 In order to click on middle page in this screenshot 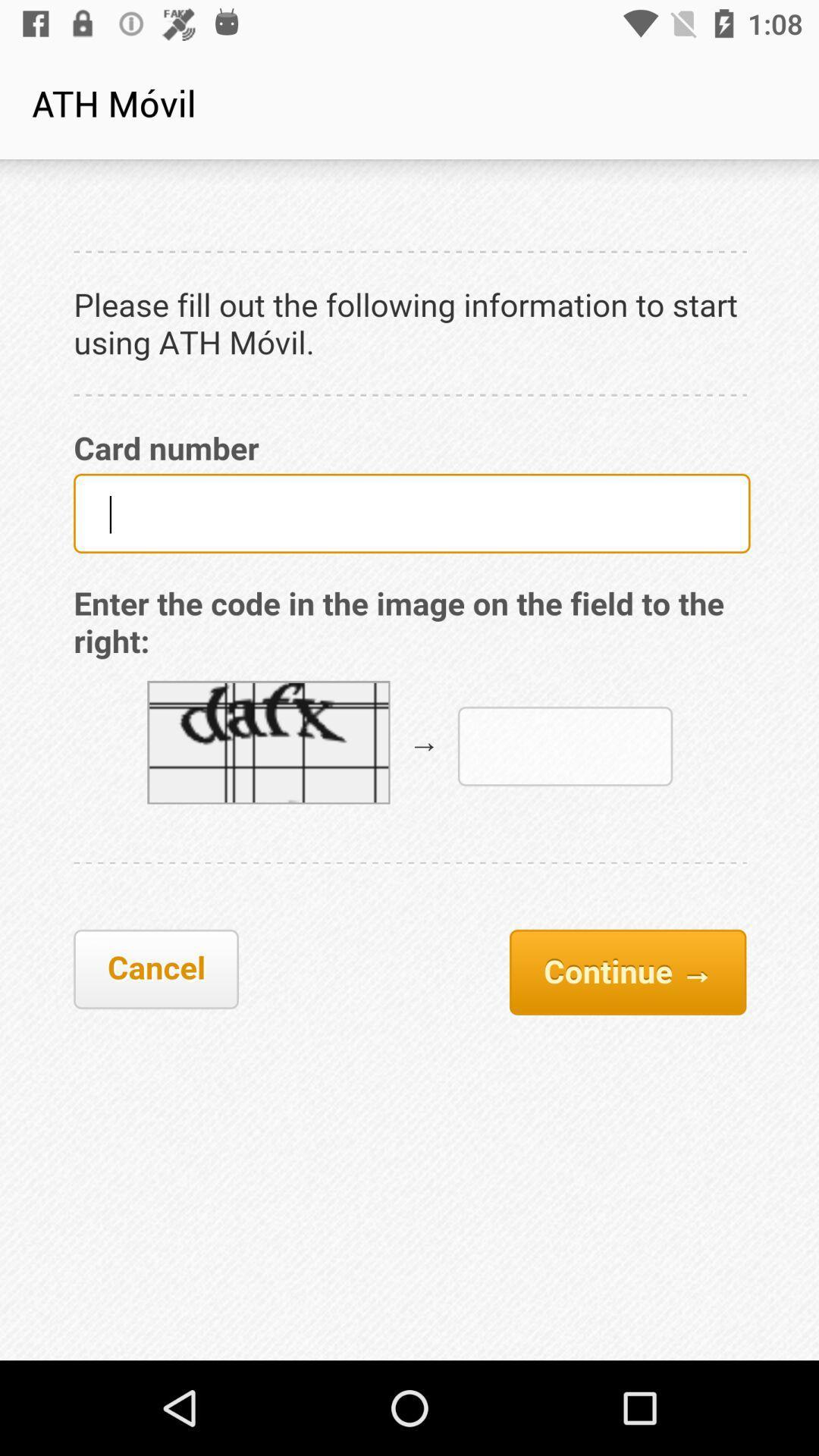, I will do `click(409, 760)`.